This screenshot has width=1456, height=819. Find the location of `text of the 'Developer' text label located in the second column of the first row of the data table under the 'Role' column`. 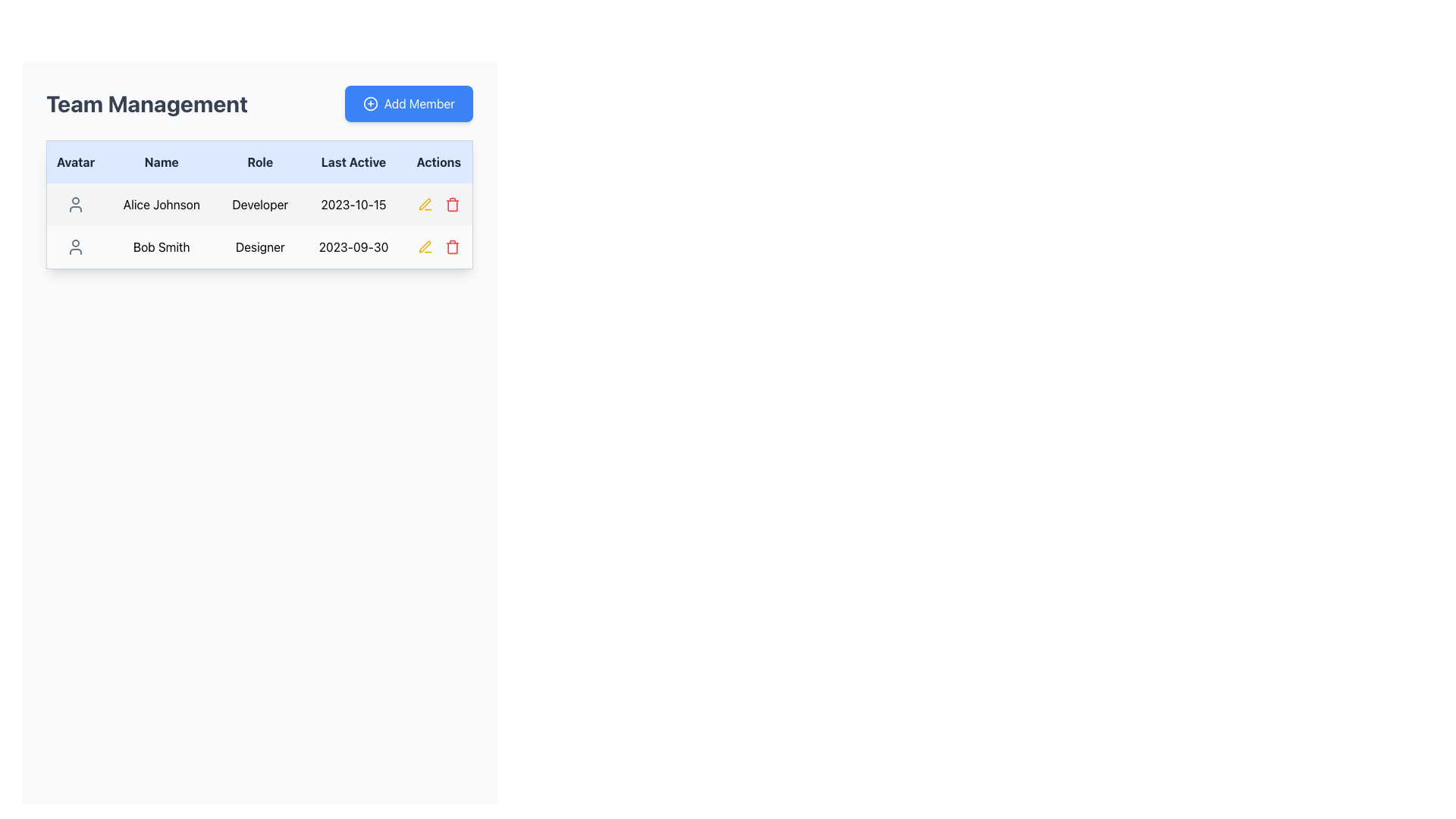

text of the 'Developer' text label located in the second column of the first row of the data table under the 'Role' column is located at coordinates (260, 205).